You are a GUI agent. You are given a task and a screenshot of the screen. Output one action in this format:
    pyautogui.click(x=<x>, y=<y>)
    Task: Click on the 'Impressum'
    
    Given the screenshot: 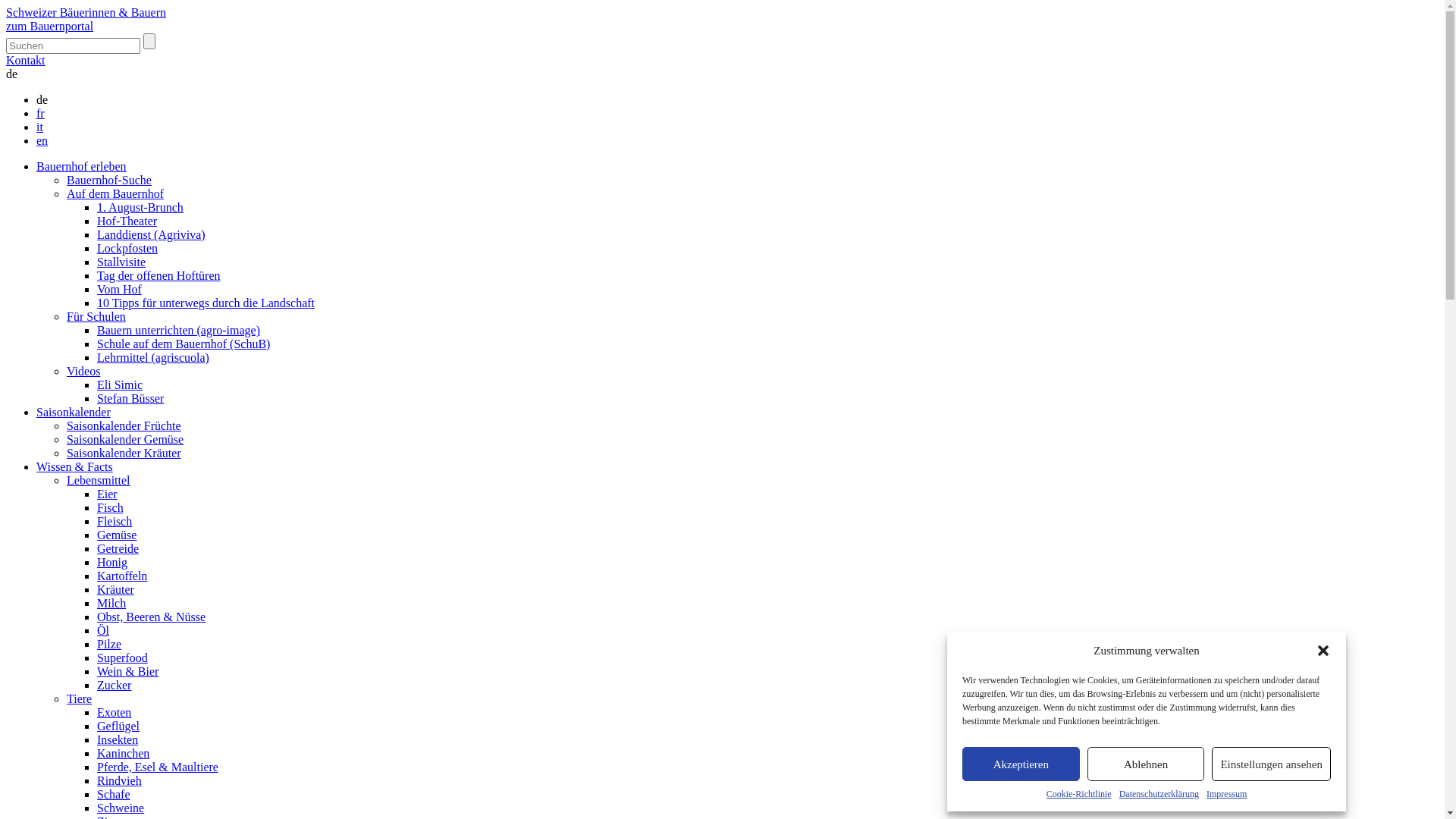 What is the action you would take?
    pyautogui.click(x=1205, y=793)
    